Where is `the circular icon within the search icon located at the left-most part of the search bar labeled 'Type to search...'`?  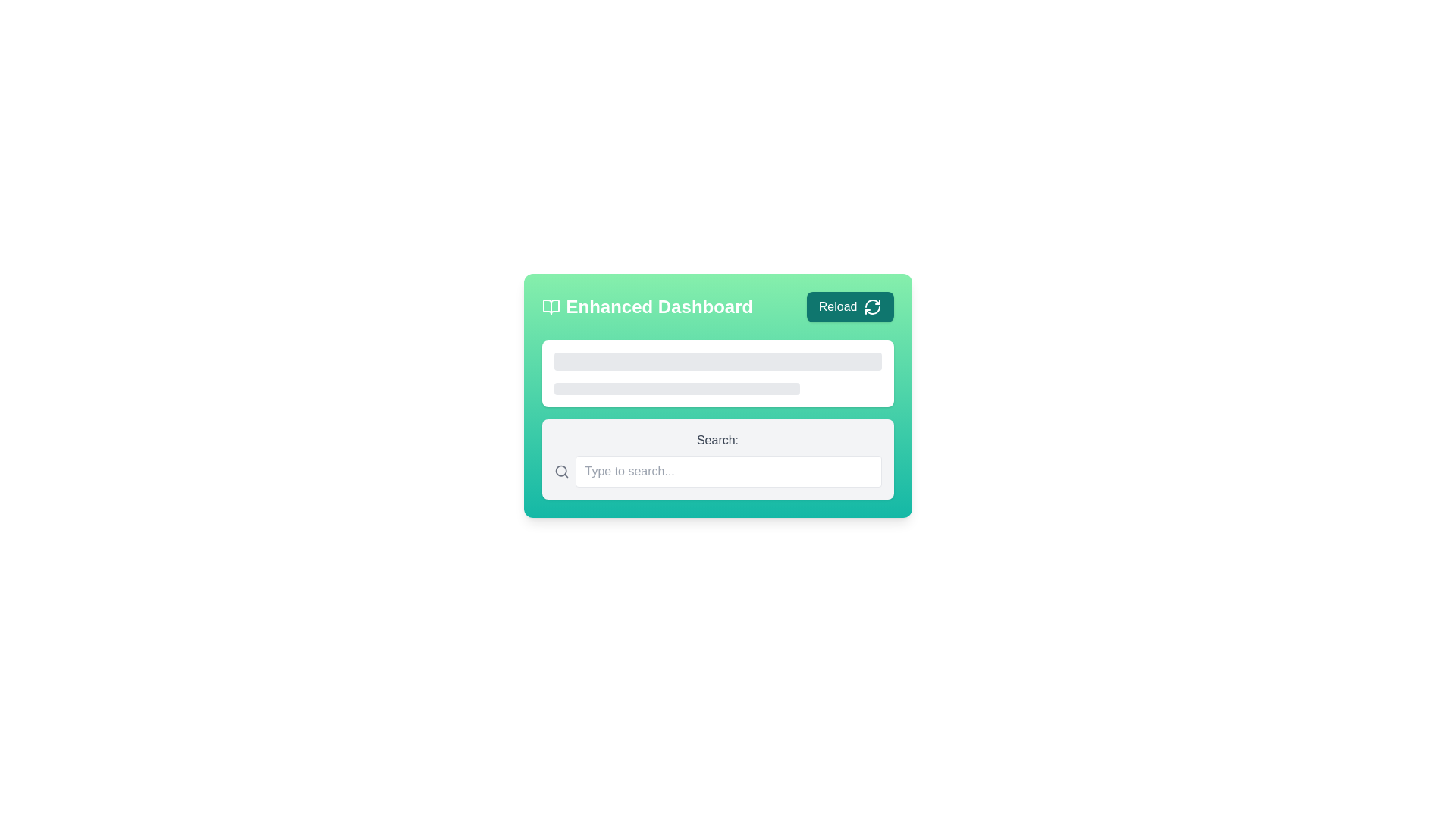 the circular icon within the search icon located at the left-most part of the search bar labeled 'Type to search...' is located at coordinates (560, 470).